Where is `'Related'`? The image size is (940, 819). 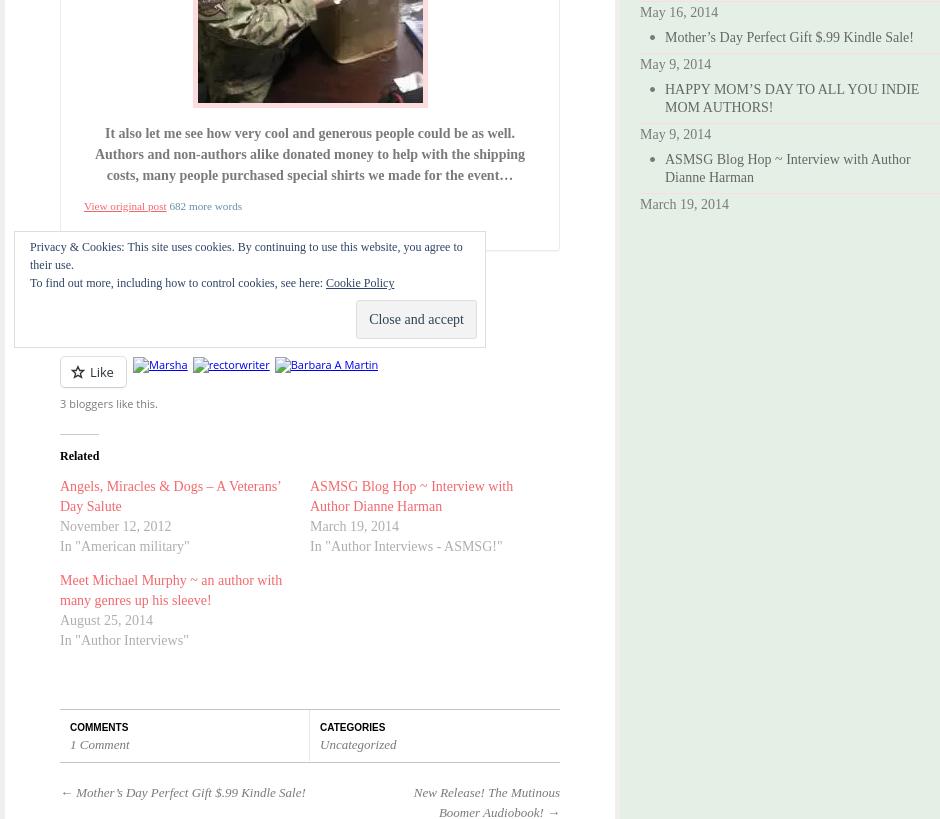 'Related' is located at coordinates (58, 455).